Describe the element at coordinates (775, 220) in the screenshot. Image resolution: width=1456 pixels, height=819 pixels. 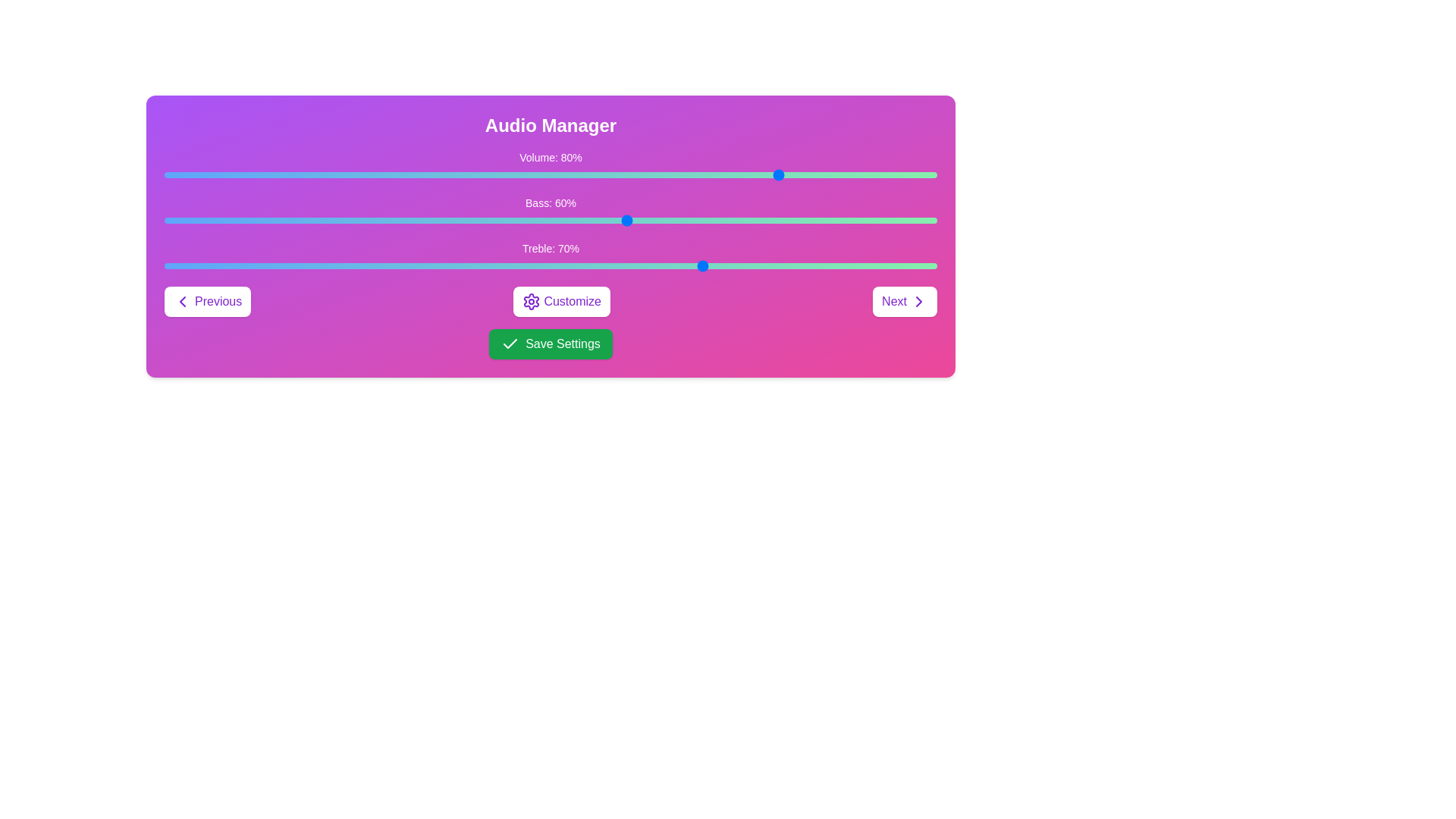
I see `the bass level` at that location.